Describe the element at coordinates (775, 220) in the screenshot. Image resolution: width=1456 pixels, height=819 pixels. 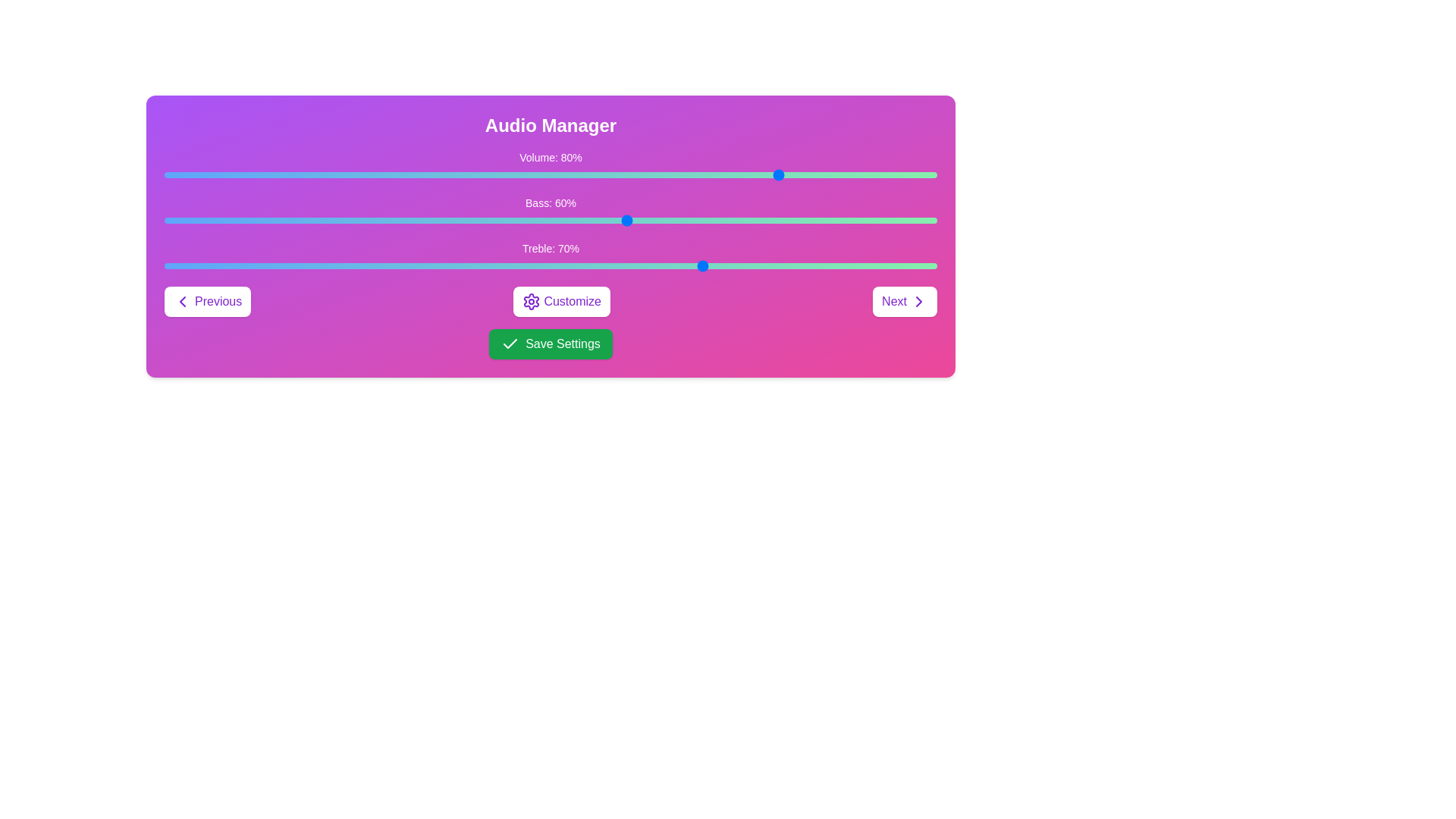
I see `the bass level` at that location.